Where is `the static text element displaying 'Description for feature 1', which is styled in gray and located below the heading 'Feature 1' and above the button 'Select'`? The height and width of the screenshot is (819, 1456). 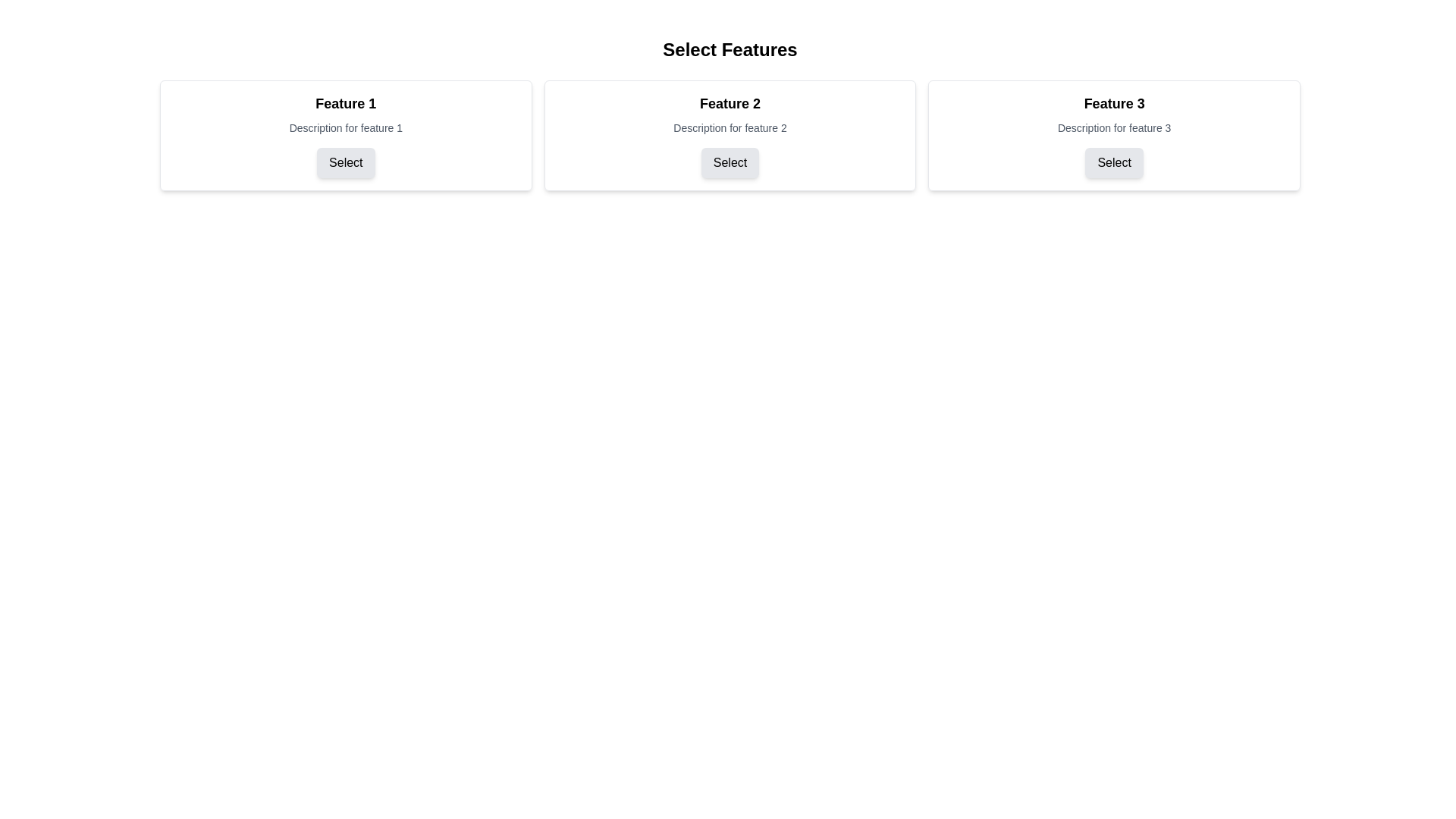 the static text element displaying 'Description for feature 1', which is styled in gray and located below the heading 'Feature 1' and above the button 'Select' is located at coordinates (345, 127).